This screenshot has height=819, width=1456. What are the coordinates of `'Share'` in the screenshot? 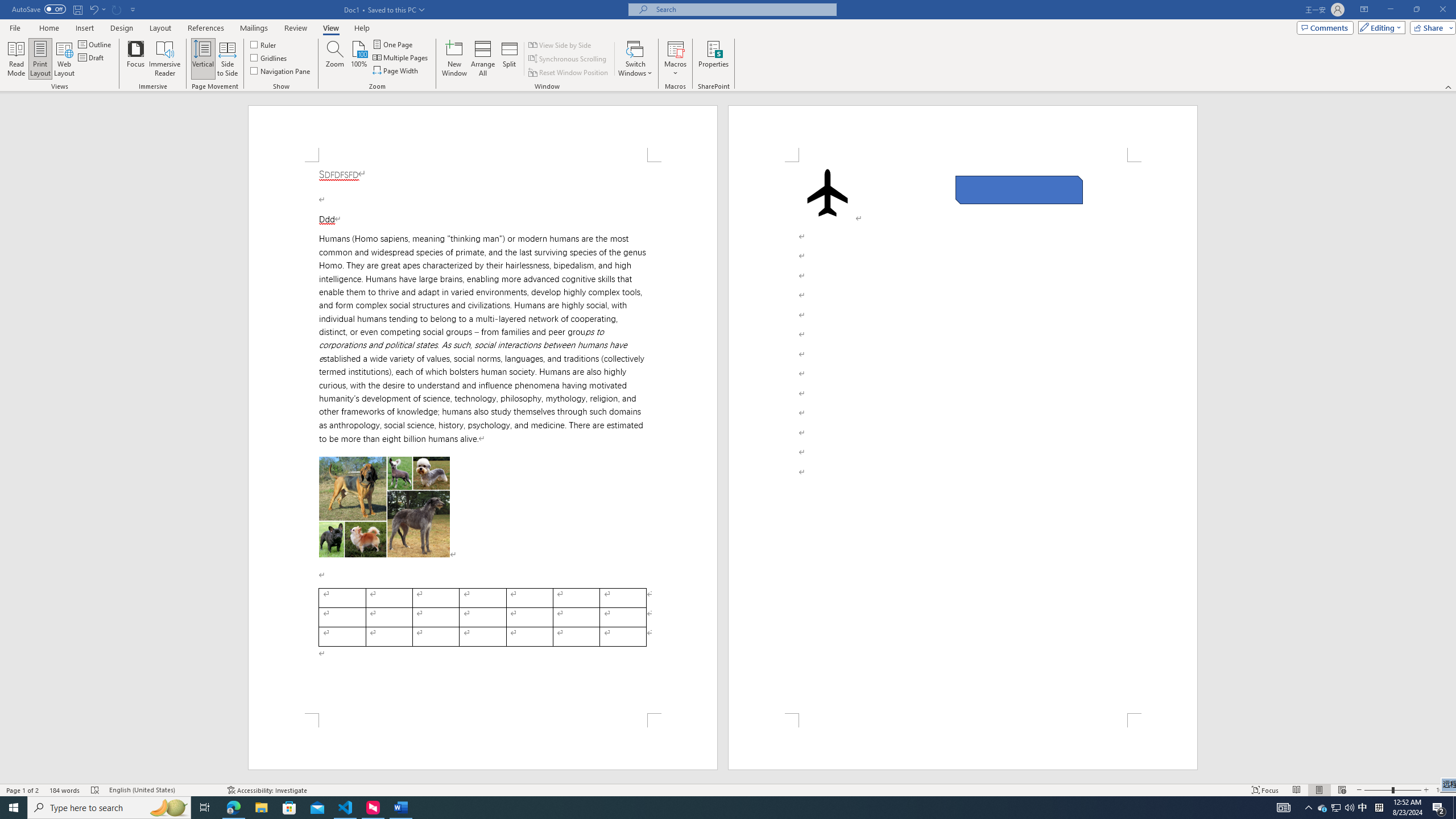 It's located at (1430, 27).